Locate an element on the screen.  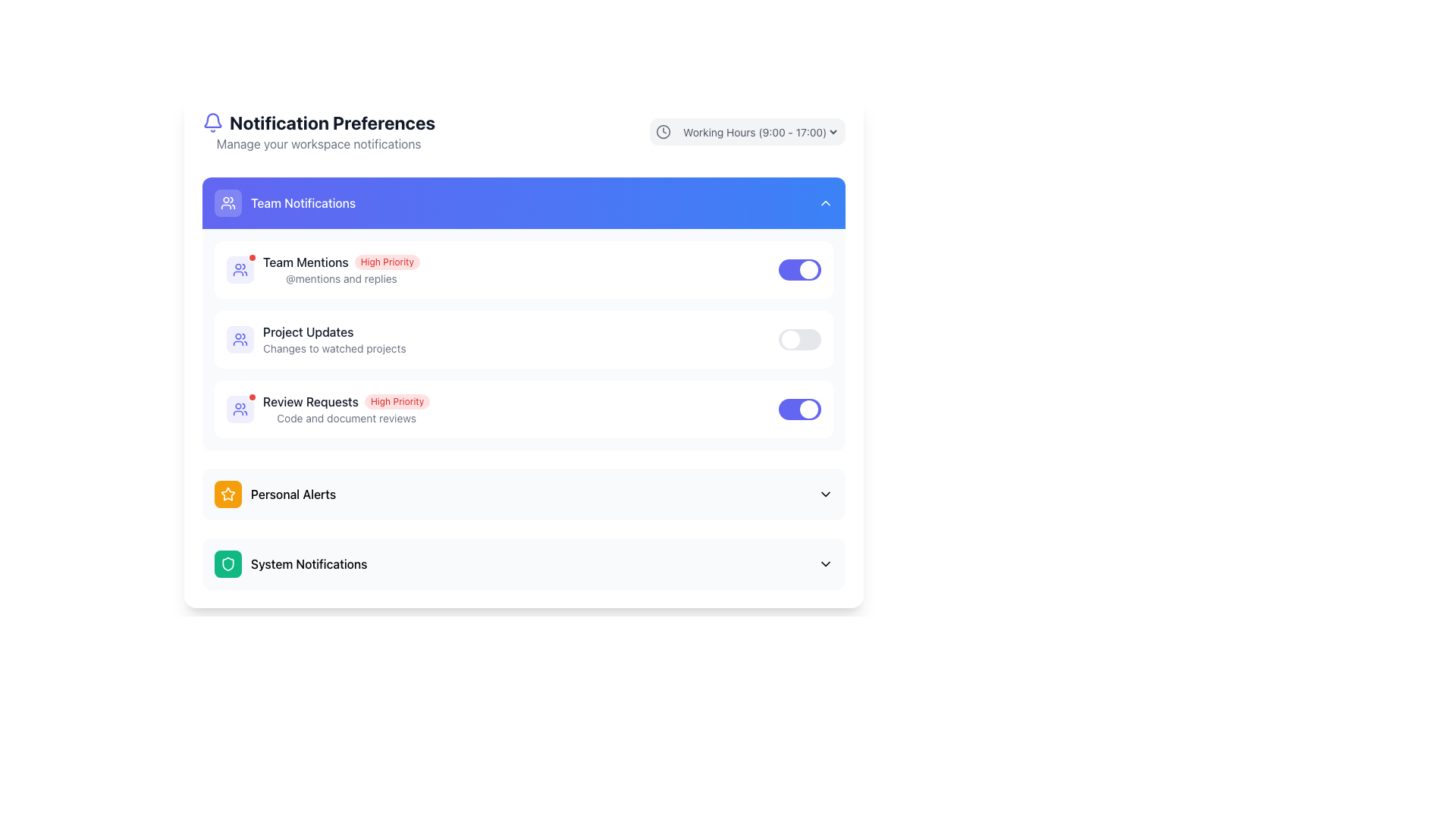
the 'Team Notifications' text label is located at coordinates (307, 331).